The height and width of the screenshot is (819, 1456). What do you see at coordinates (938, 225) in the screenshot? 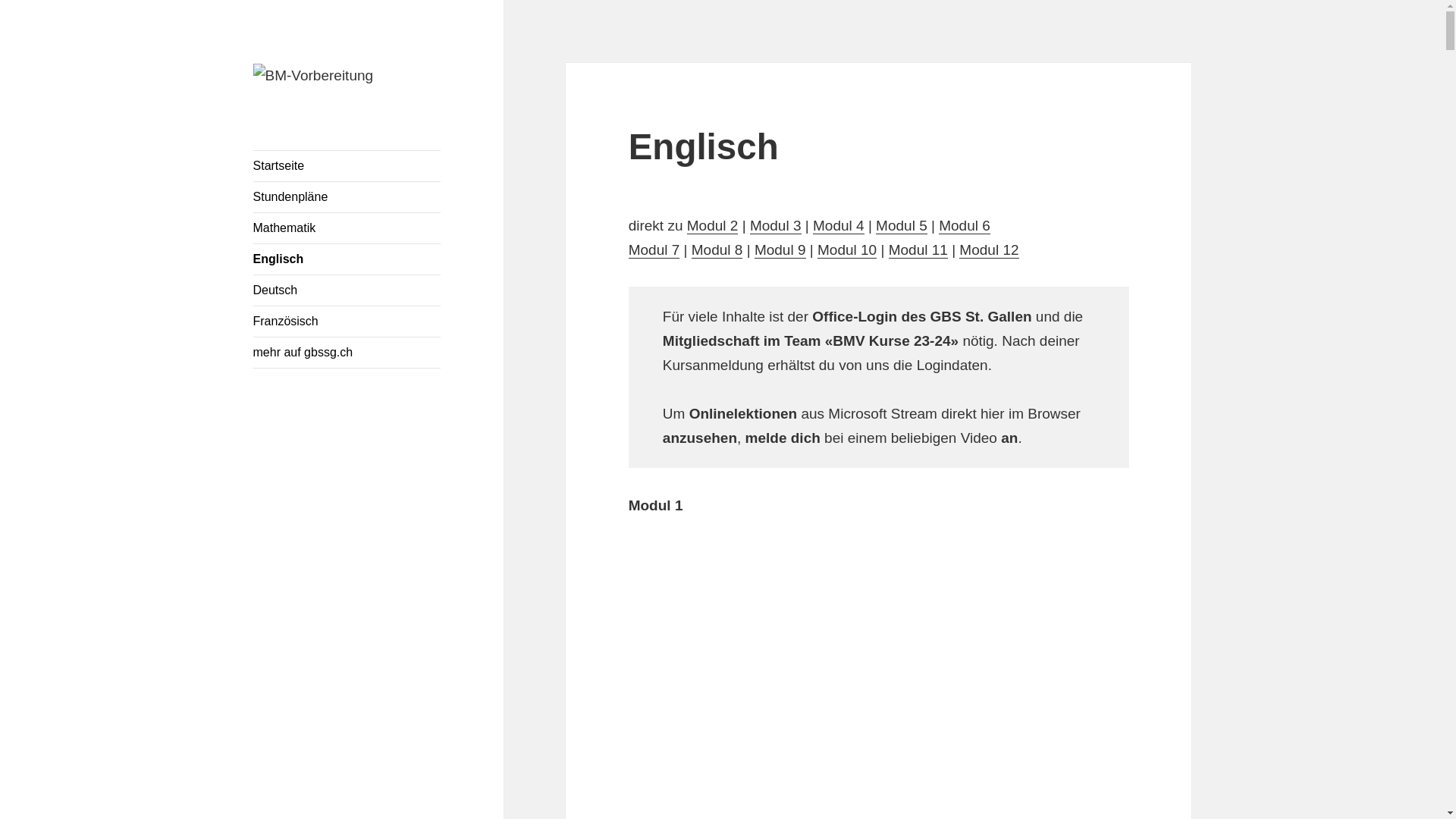
I see `'Modul 6'` at bounding box center [938, 225].